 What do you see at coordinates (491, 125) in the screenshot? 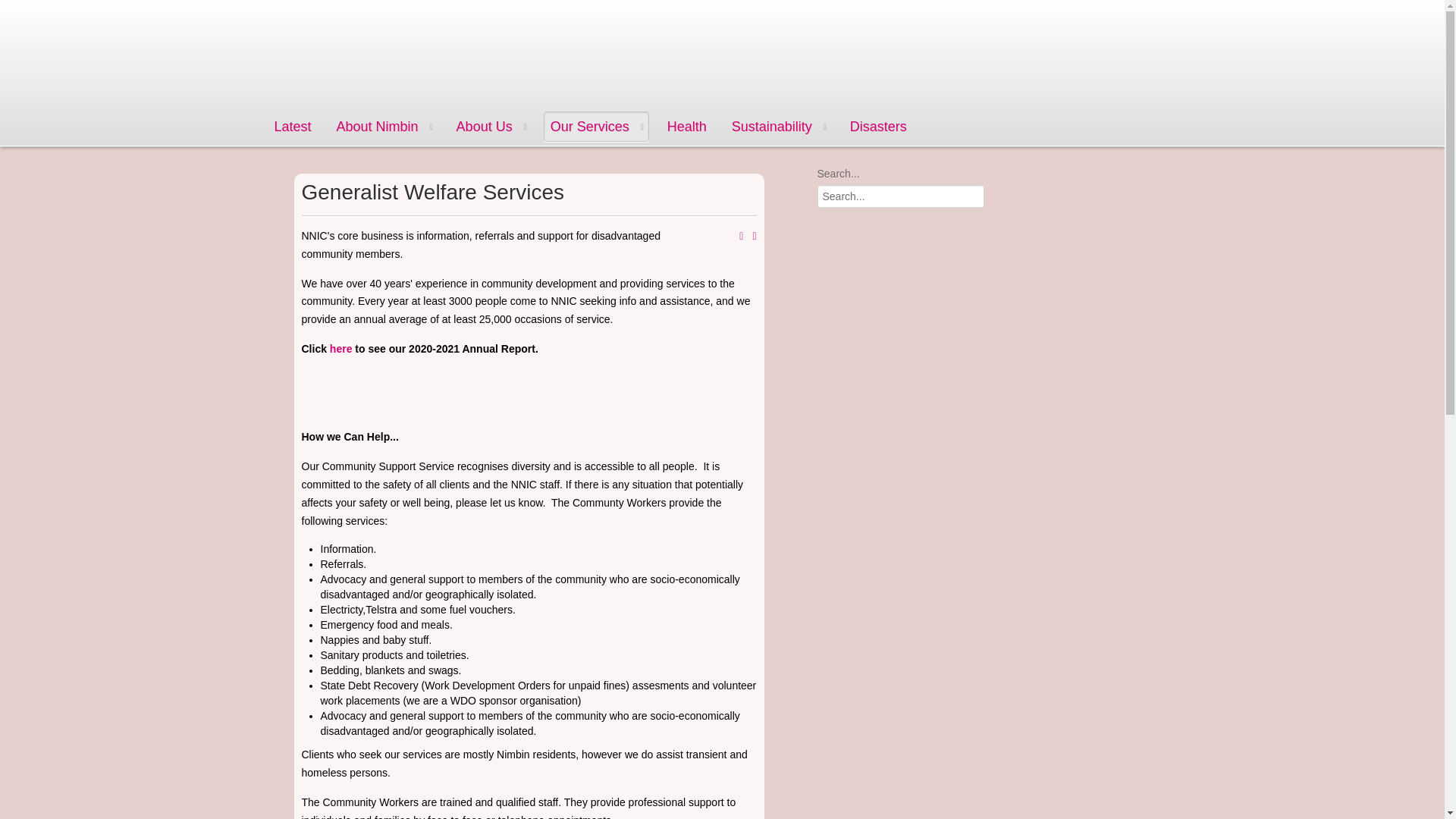
I see `'About Us'` at bounding box center [491, 125].